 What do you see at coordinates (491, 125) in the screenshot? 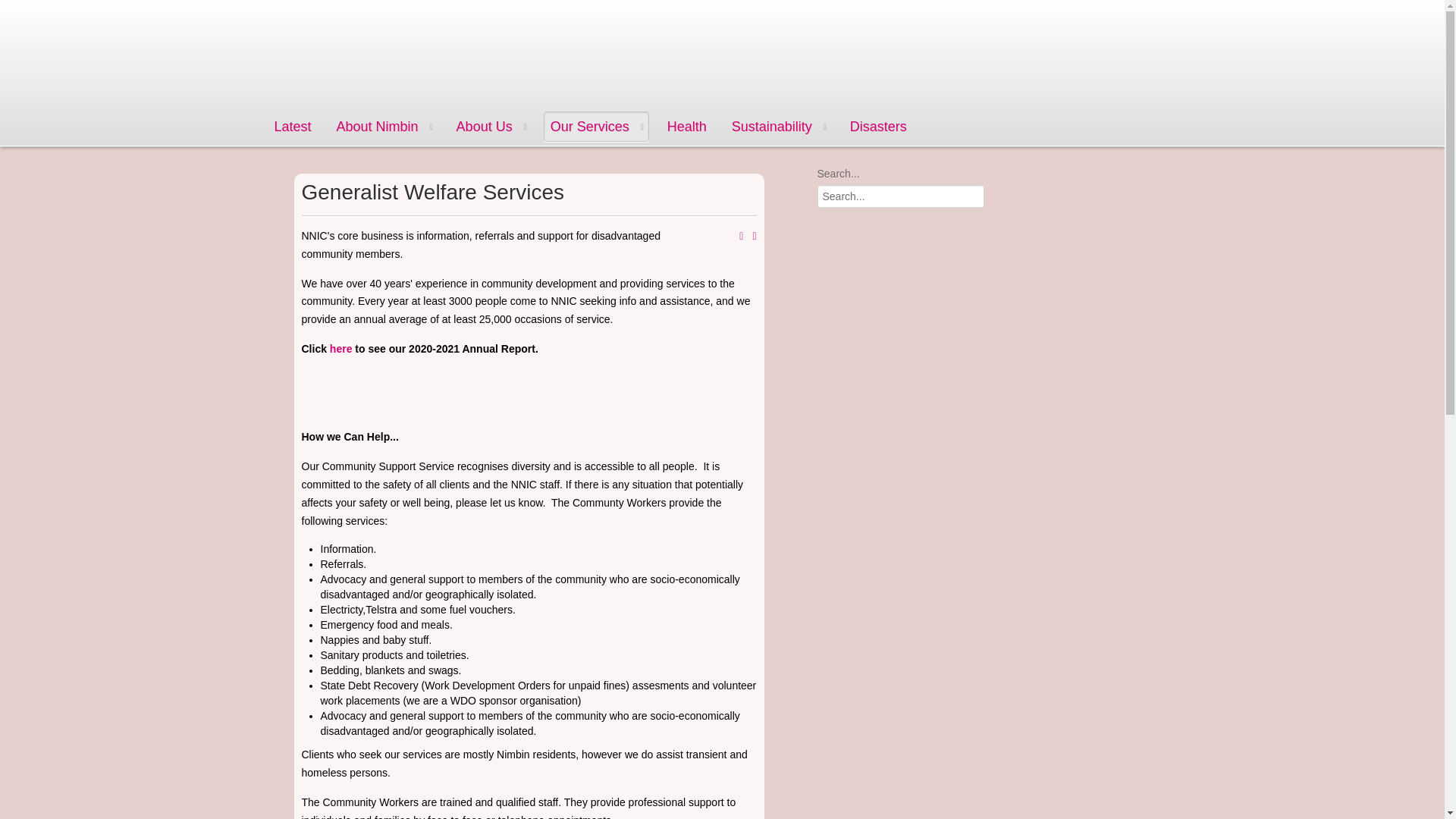
I see `'About Us'` at bounding box center [491, 125].